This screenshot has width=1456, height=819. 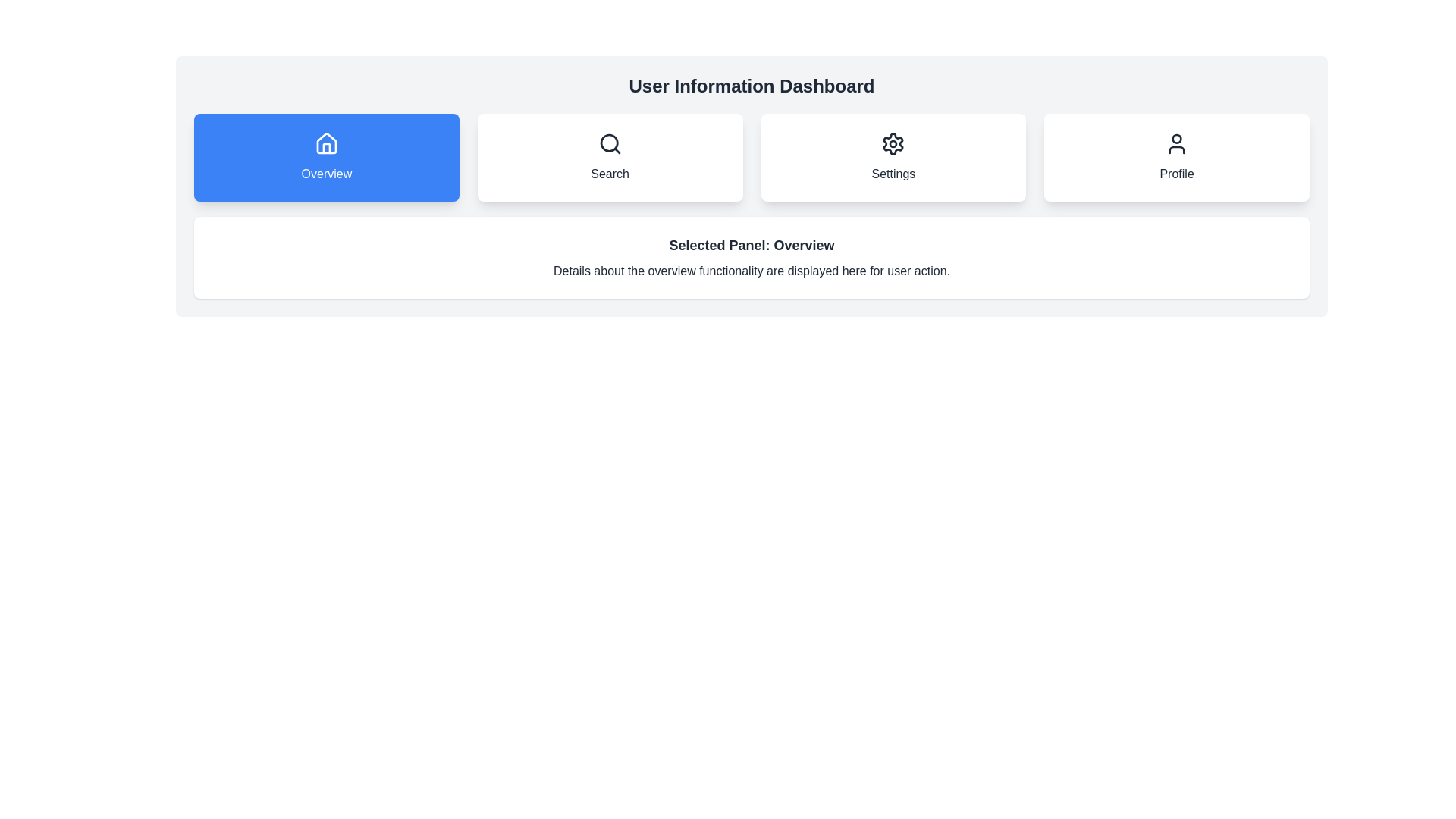 What do you see at coordinates (325, 158) in the screenshot?
I see `the first button in the row of four buttons below the title 'User Information Dashboard'` at bounding box center [325, 158].